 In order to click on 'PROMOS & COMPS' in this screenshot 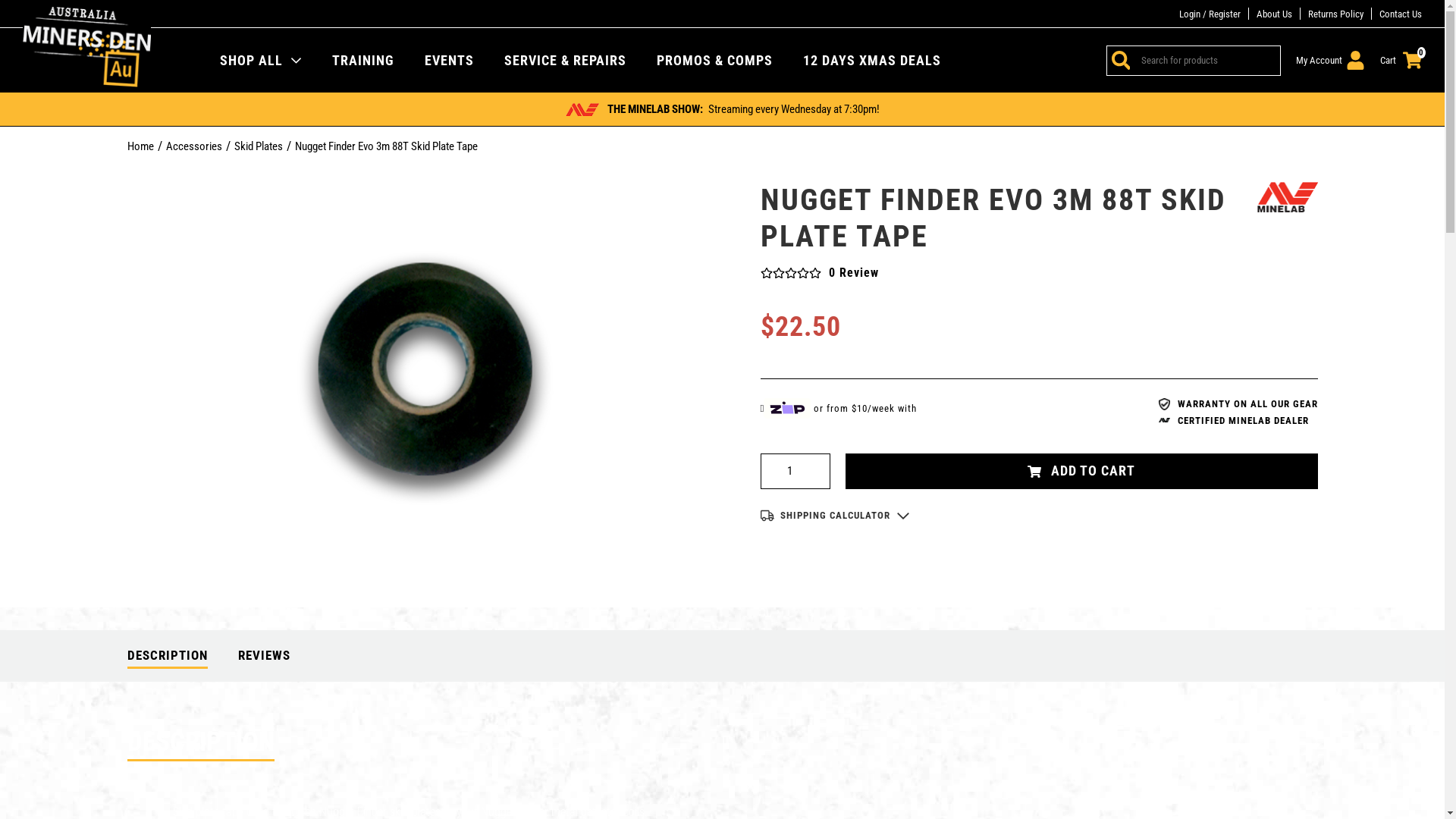, I will do `click(714, 58)`.